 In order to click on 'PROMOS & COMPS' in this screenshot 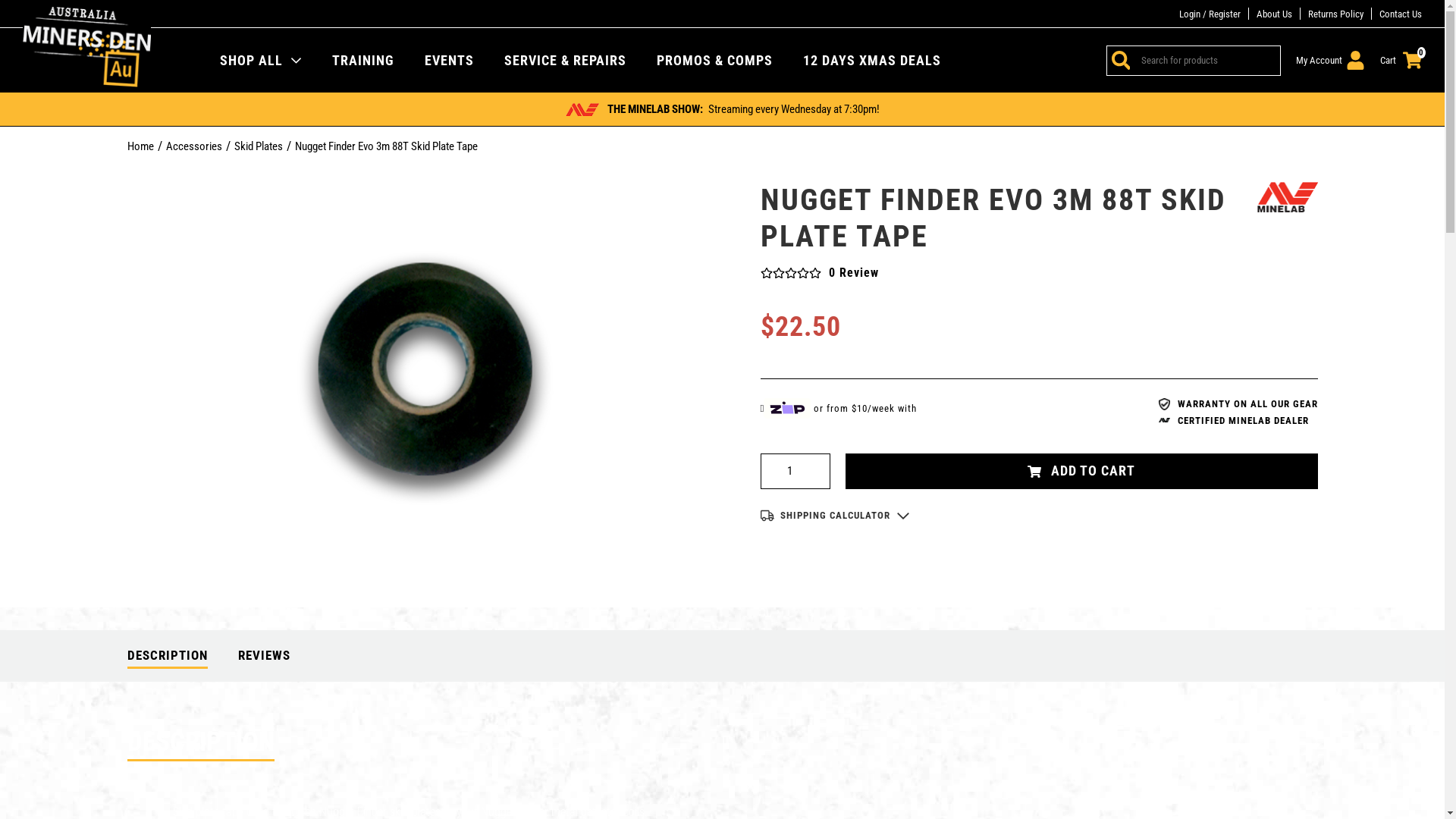, I will do `click(714, 58)`.